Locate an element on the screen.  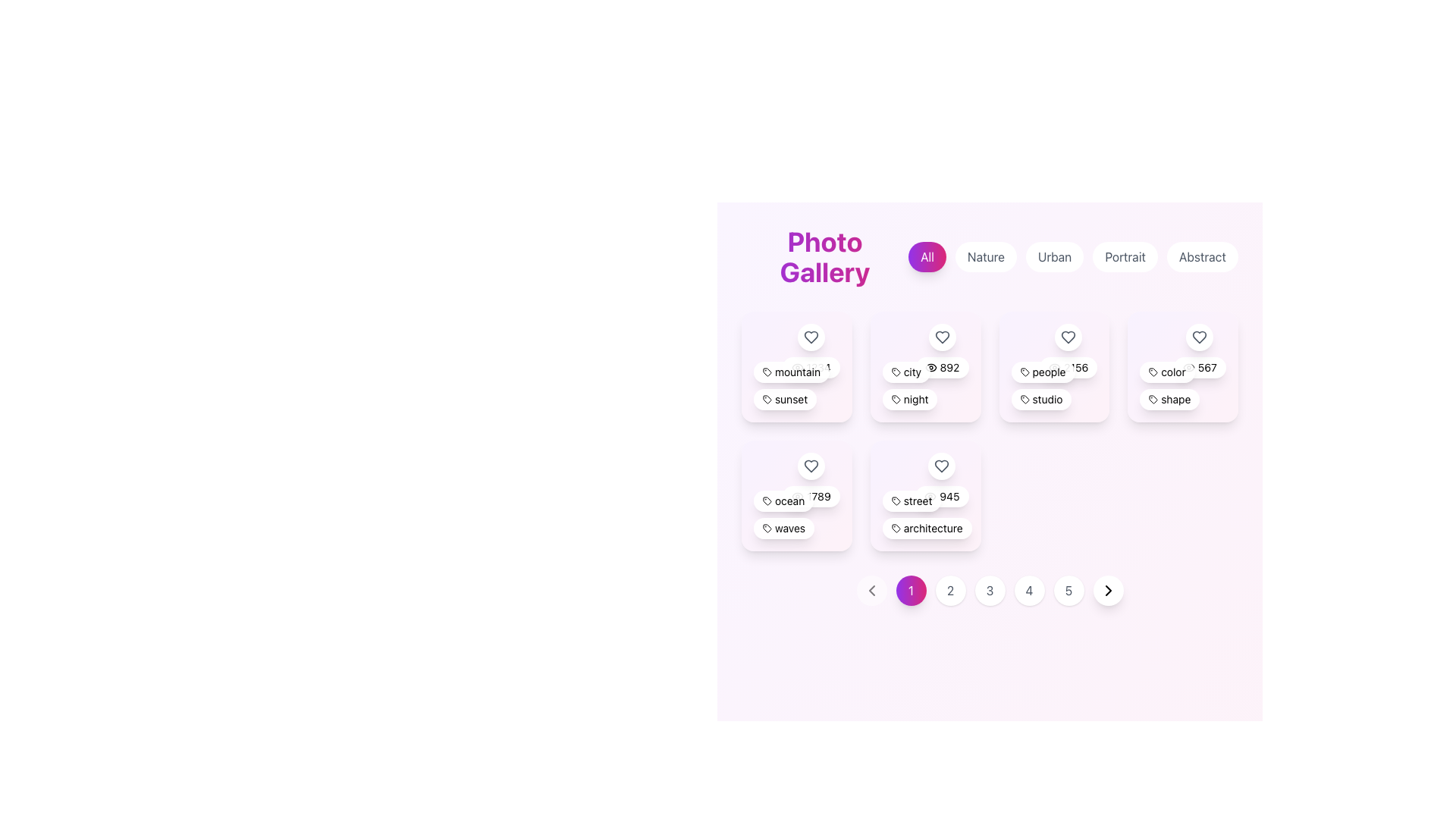
the circular button displaying the number '3' with a white background and gray text is located at coordinates (990, 589).